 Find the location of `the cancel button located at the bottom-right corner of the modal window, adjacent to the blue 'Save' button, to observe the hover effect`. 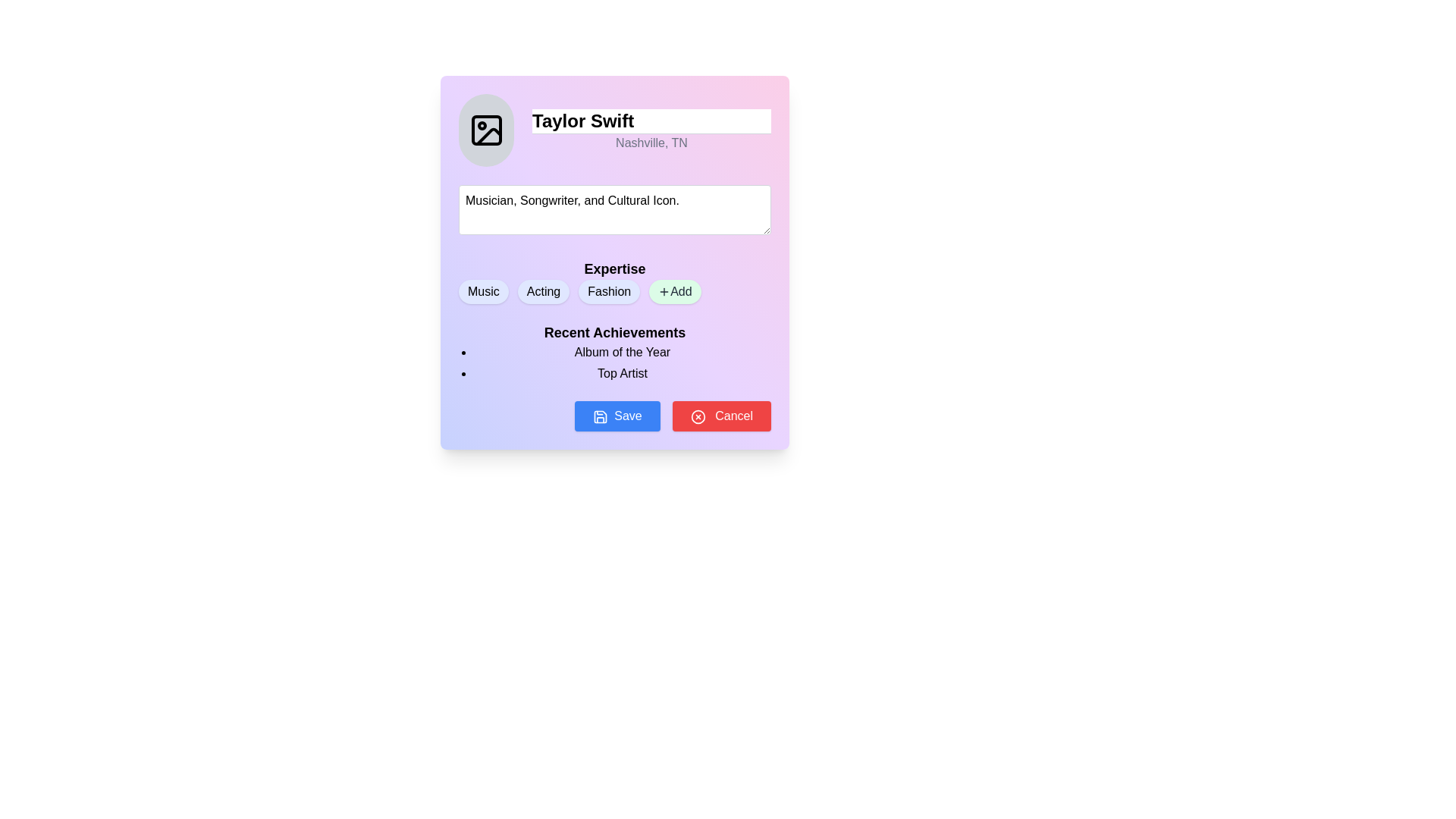

the cancel button located at the bottom-right corner of the modal window, adjacent to the blue 'Save' button, to observe the hover effect is located at coordinates (720, 416).